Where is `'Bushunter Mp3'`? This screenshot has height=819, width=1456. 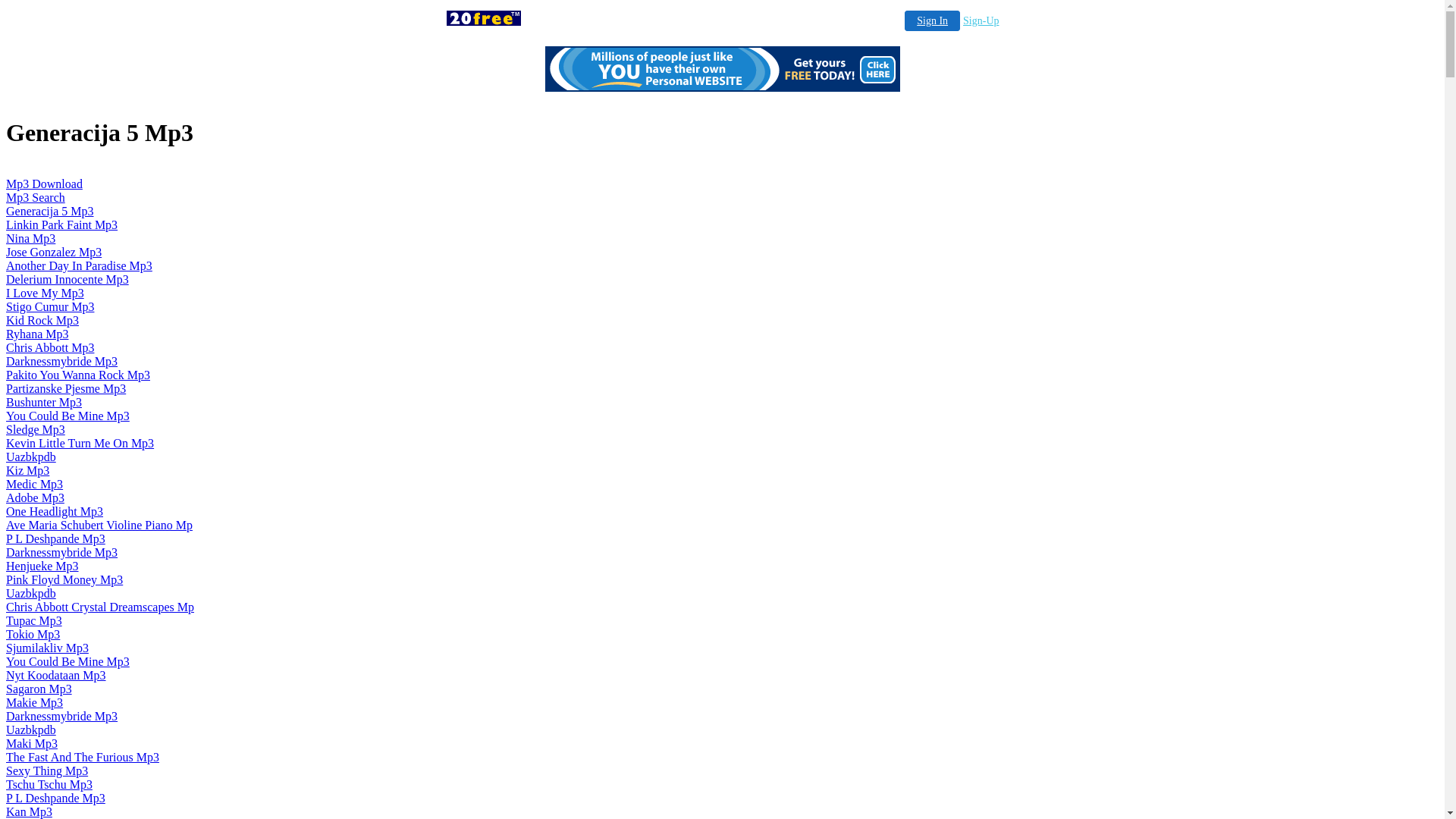 'Bushunter Mp3' is located at coordinates (43, 401).